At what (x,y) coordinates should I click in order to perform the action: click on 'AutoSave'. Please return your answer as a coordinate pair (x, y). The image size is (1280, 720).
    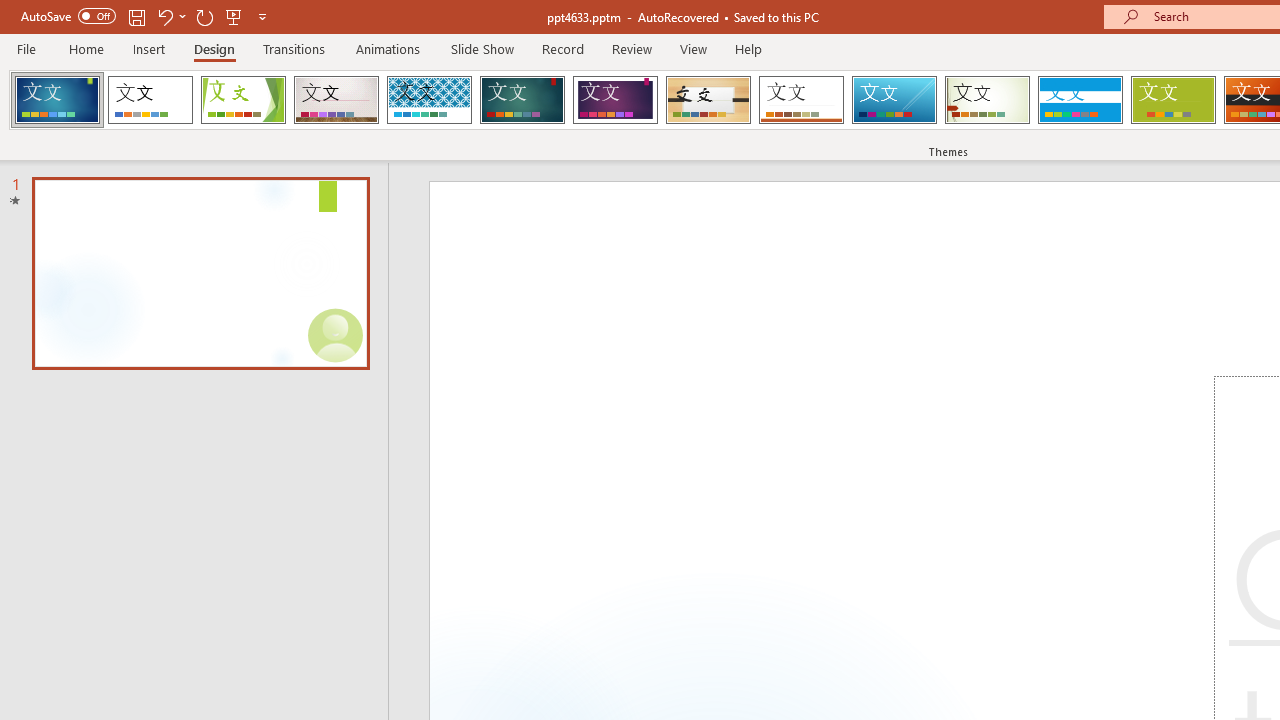
    Looking at the image, I should click on (68, 16).